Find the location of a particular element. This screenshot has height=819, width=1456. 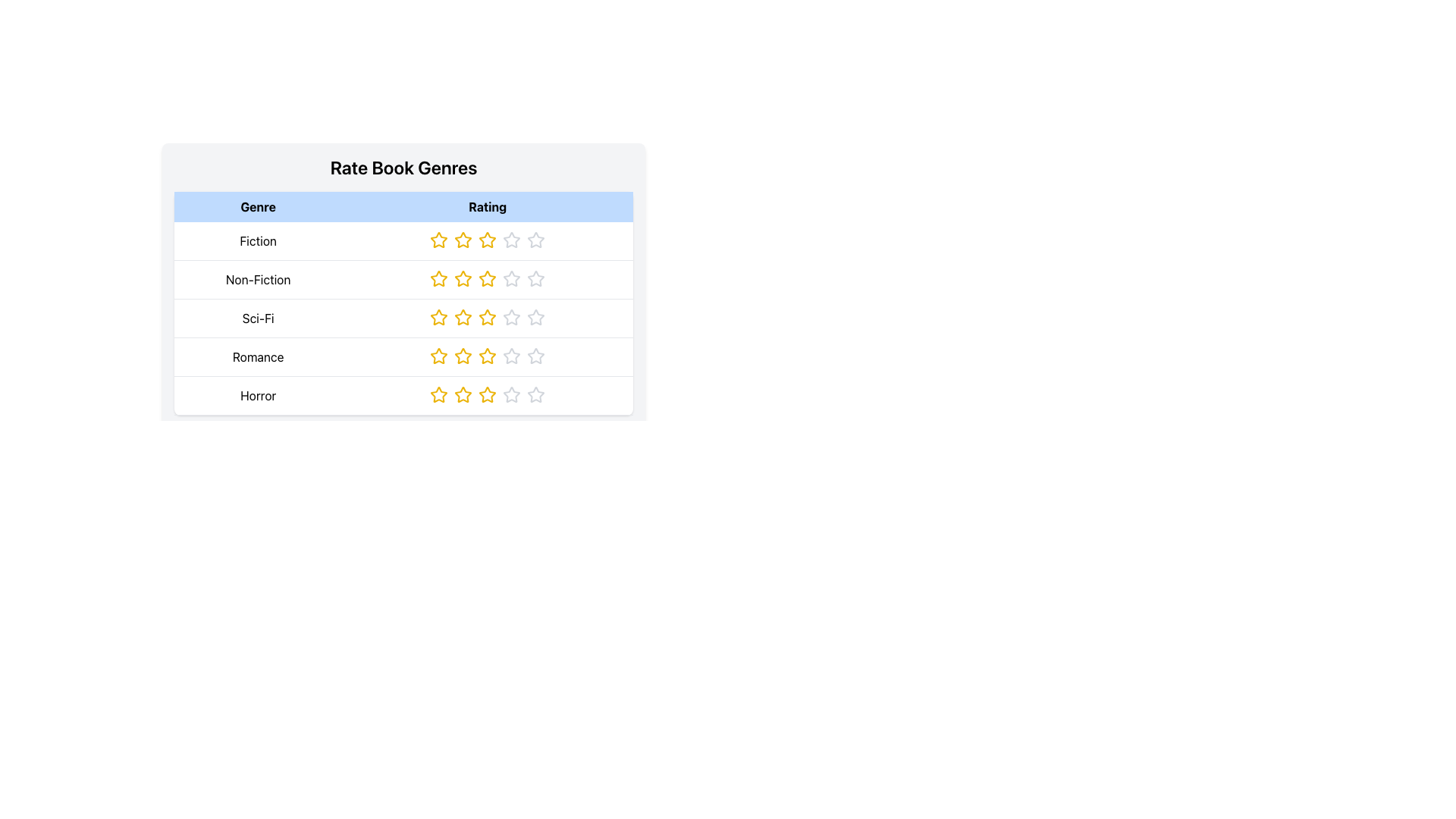

the second yellow-outlined star icon in the 'Horror' row under the 'Rating' column is located at coordinates (463, 394).